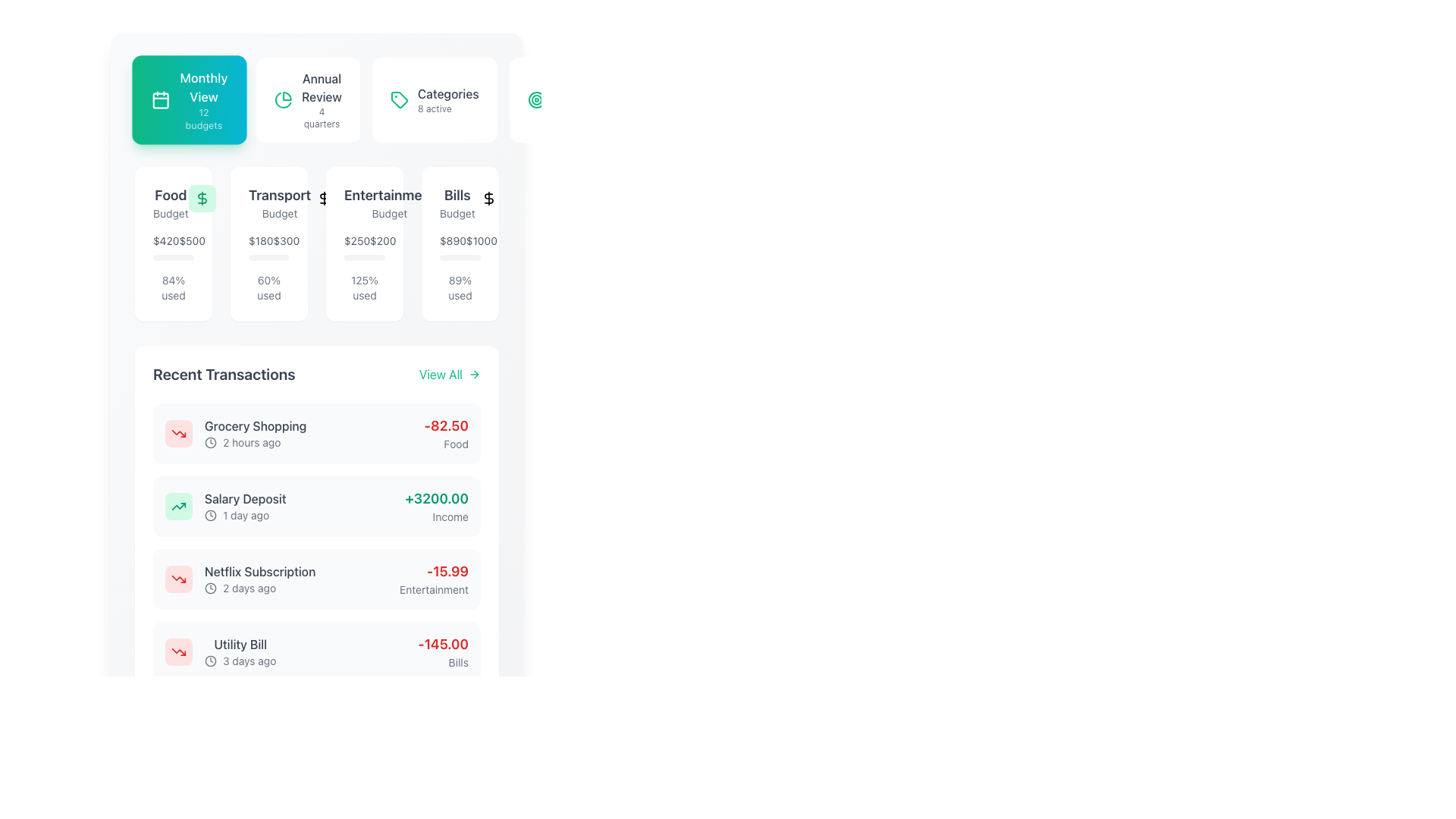 The image size is (1456, 819). I want to click on the bold red numeric label displaying '-15.99' under the 'Recent Transactions' section next to 'Netflix Subscription', so click(433, 579).